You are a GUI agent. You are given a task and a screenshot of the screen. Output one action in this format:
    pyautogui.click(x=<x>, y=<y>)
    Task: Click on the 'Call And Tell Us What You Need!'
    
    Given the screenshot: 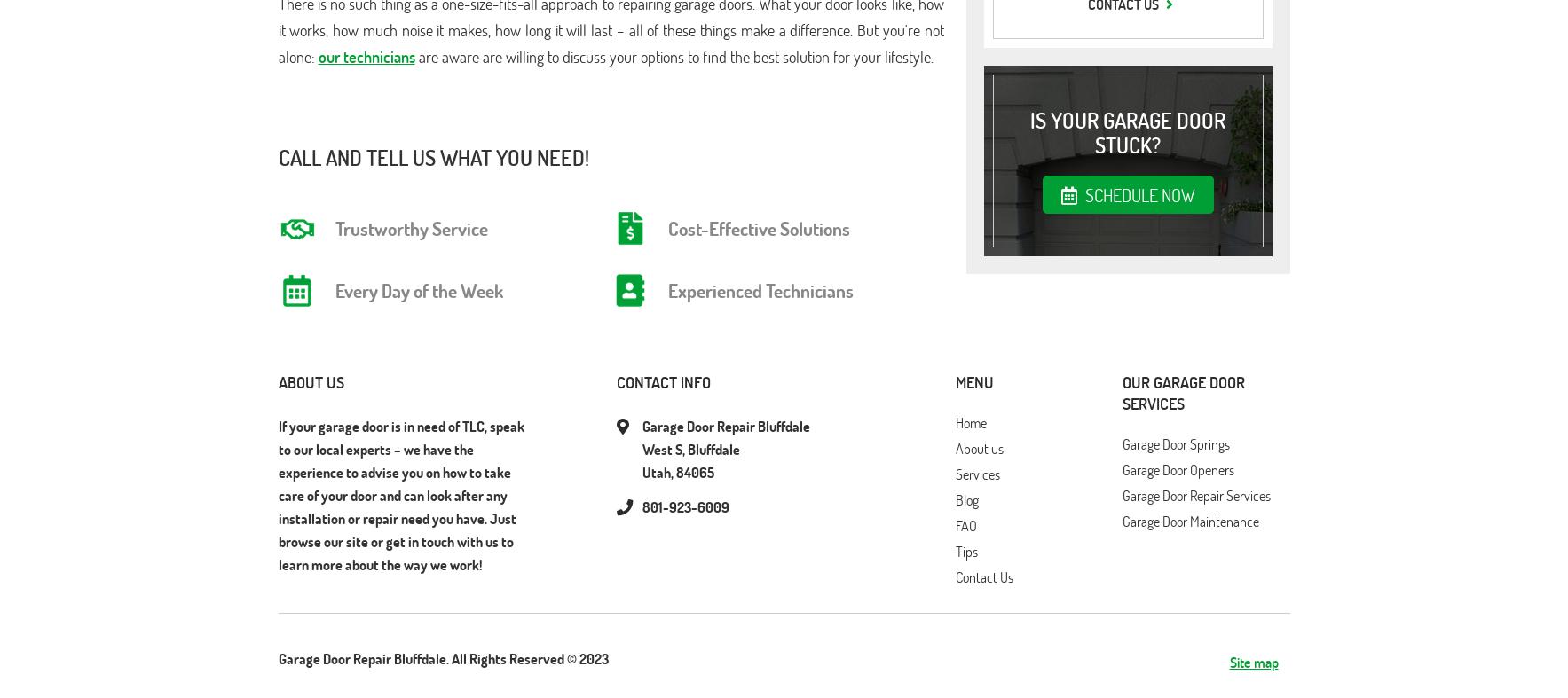 What is the action you would take?
    pyautogui.click(x=433, y=157)
    